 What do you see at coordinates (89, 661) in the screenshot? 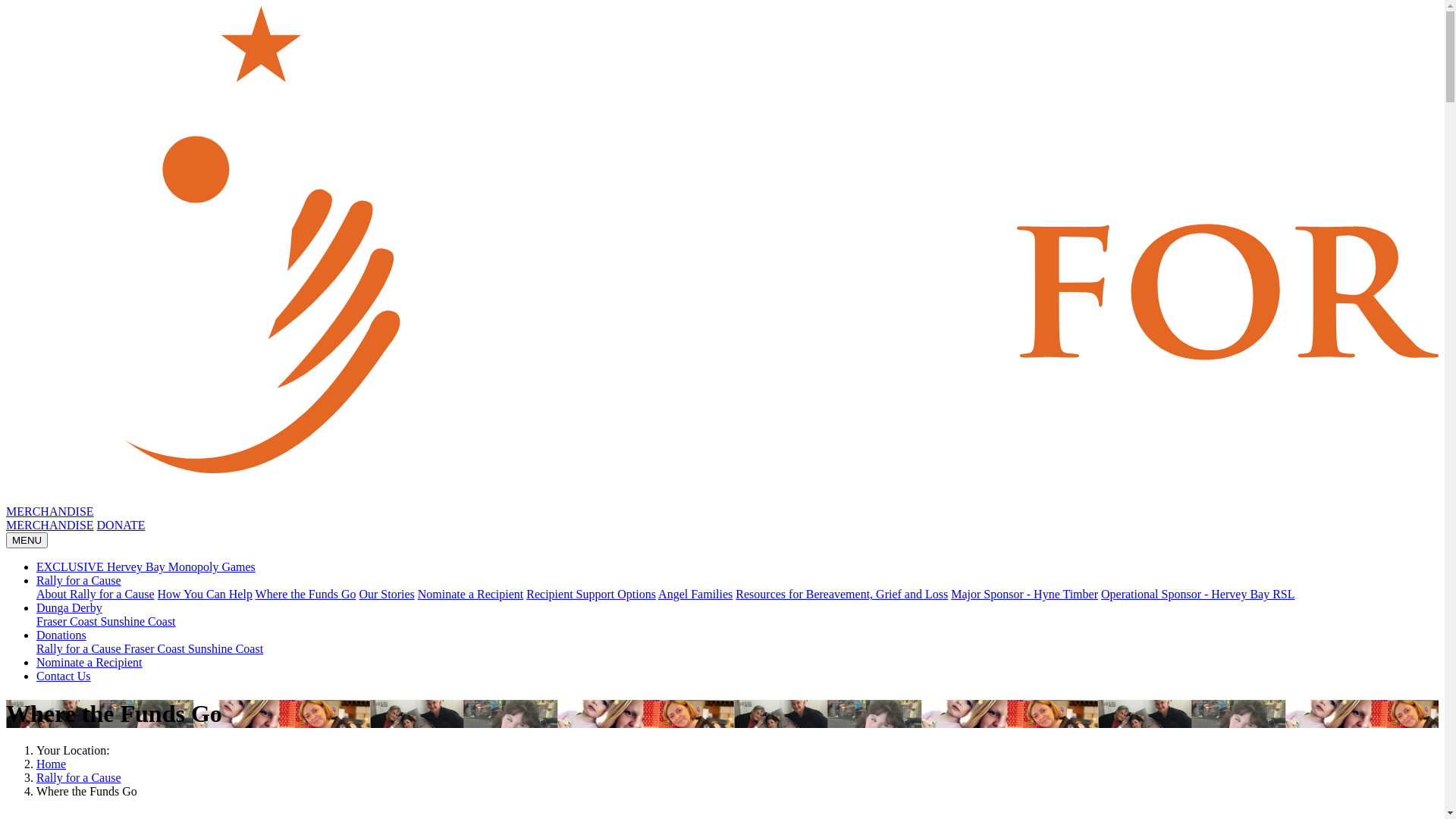
I see `'Nominate a Recipient'` at bounding box center [89, 661].